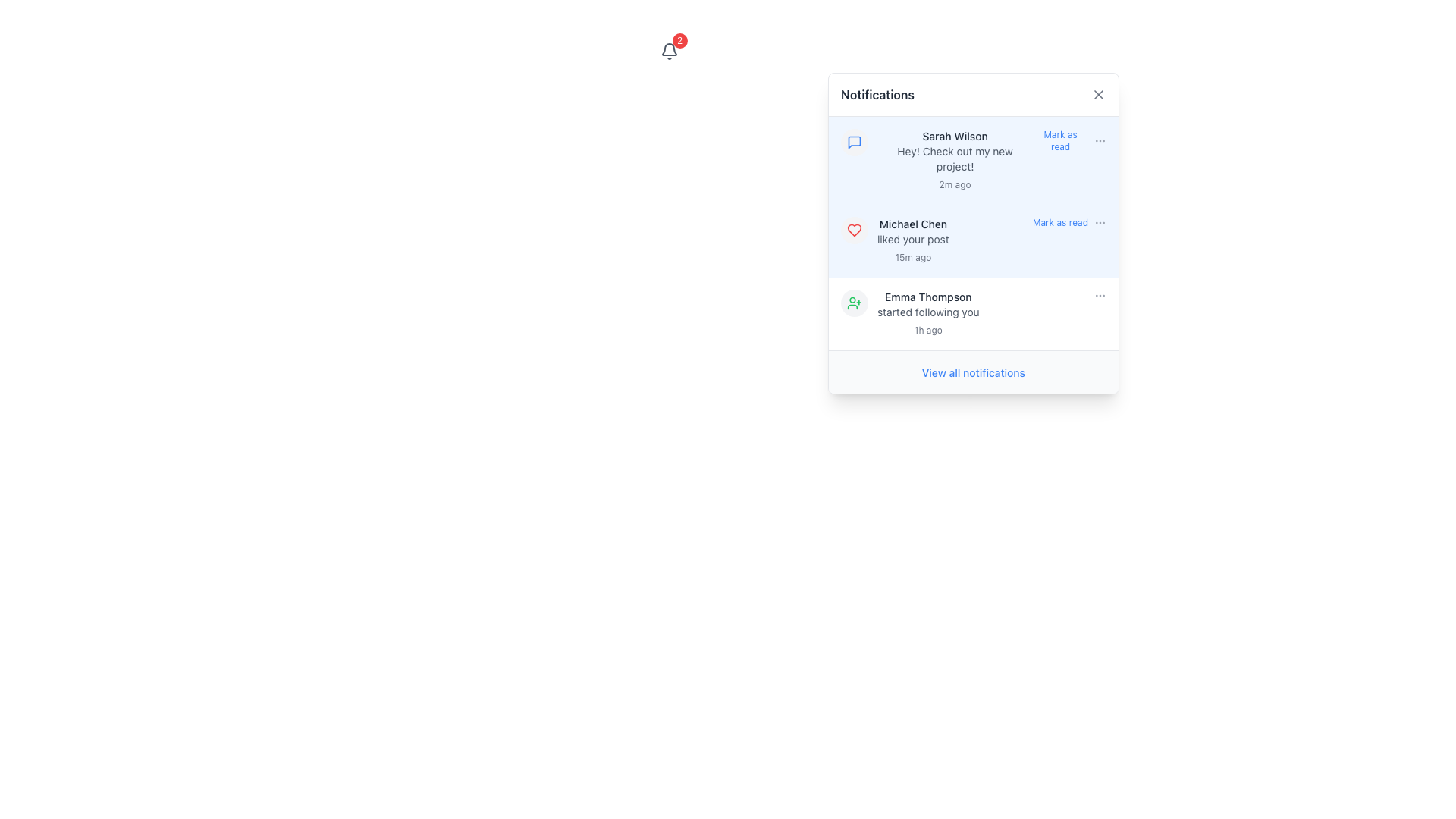 The image size is (1456, 819). What do you see at coordinates (1068, 222) in the screenshot?
I see `the clickable text link styled as an action trigger located in the top-right section of the notification card for Michael Chen's interaction` at bounding box center [1068, 222].